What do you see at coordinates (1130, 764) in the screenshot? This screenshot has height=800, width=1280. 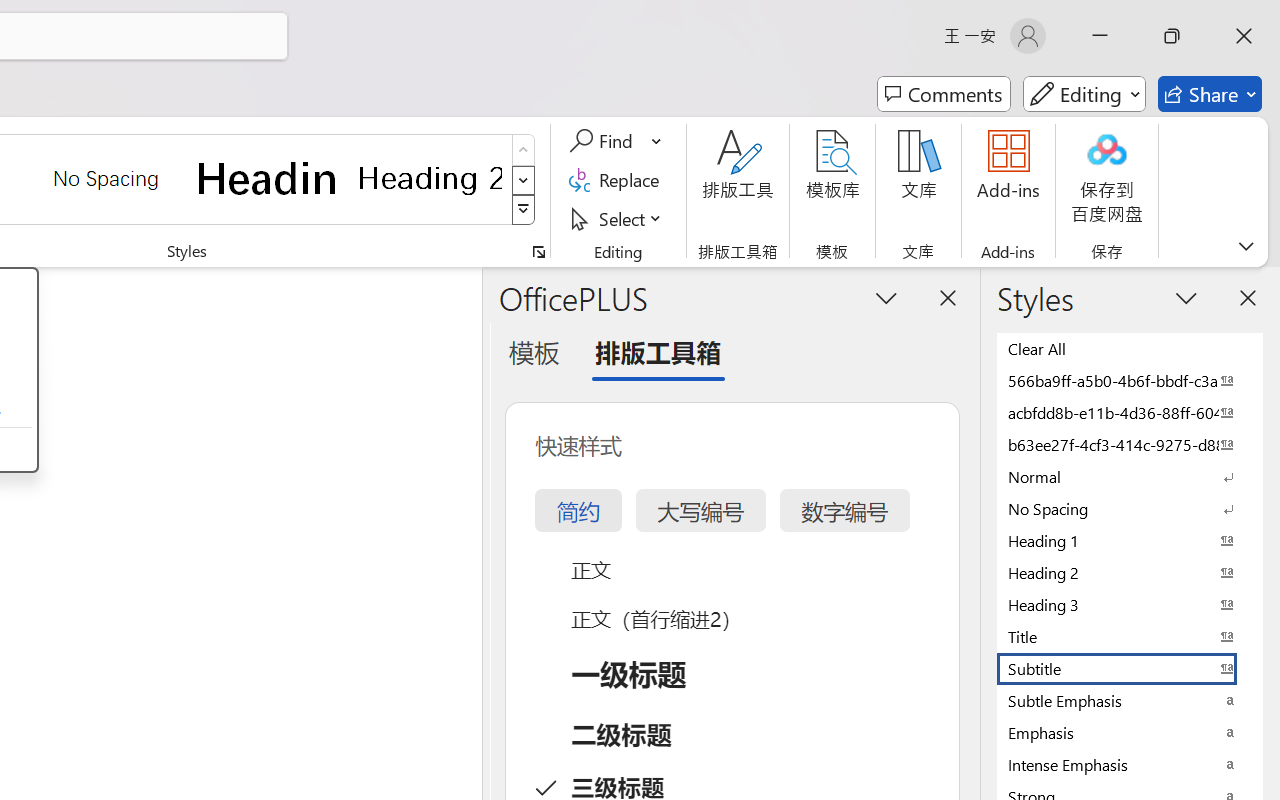 I see `'Intense Emphasis'` at bounding box center [1130, 764].